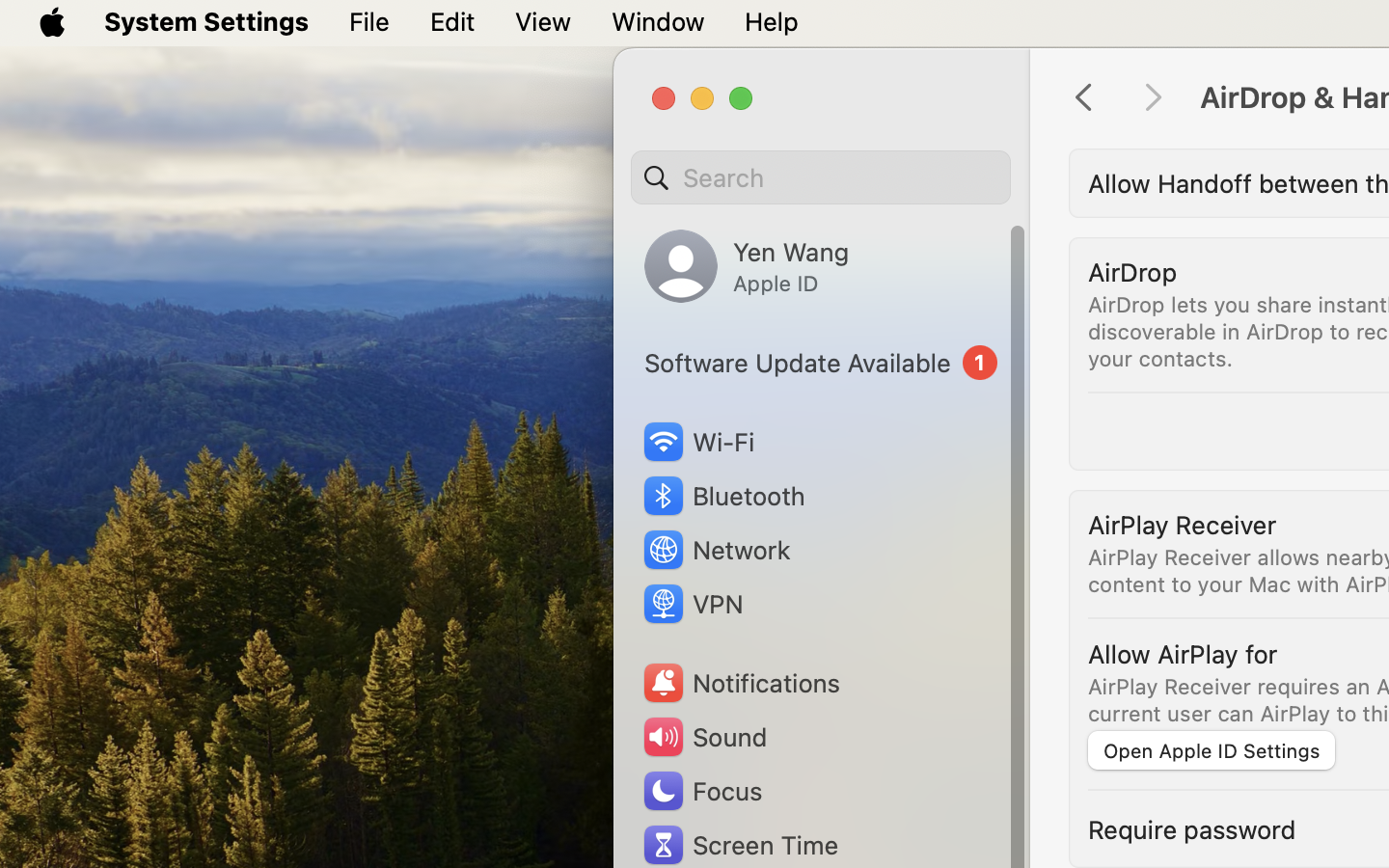 The height and width of the screenshot is (868, 1389). Describe the element at coordinates (715, 549) in the screenshot. I see `'Network'` at that location.